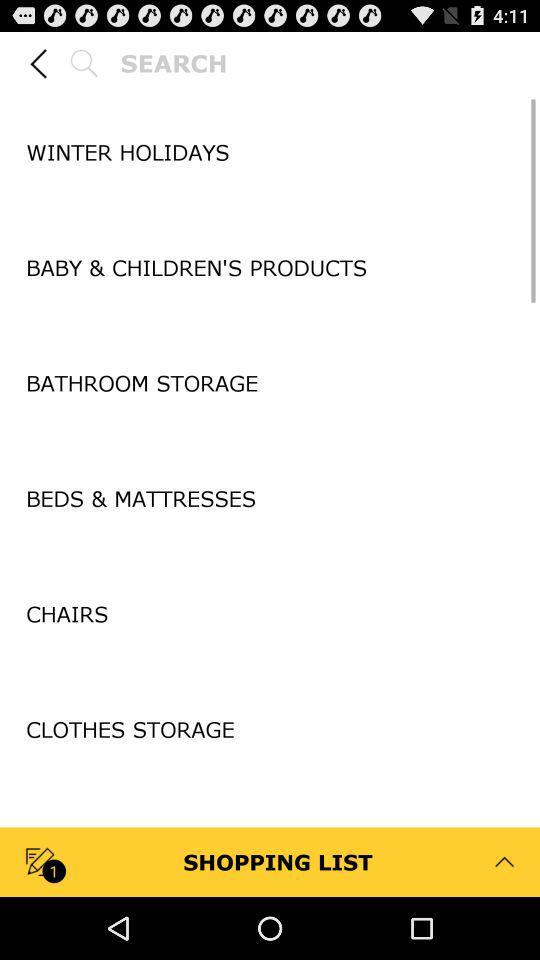 This screenshot has width=540, height=960. Describe the element at coordinates (270, 728) in the screenshot. I see `the clothes storage icon` at that location.